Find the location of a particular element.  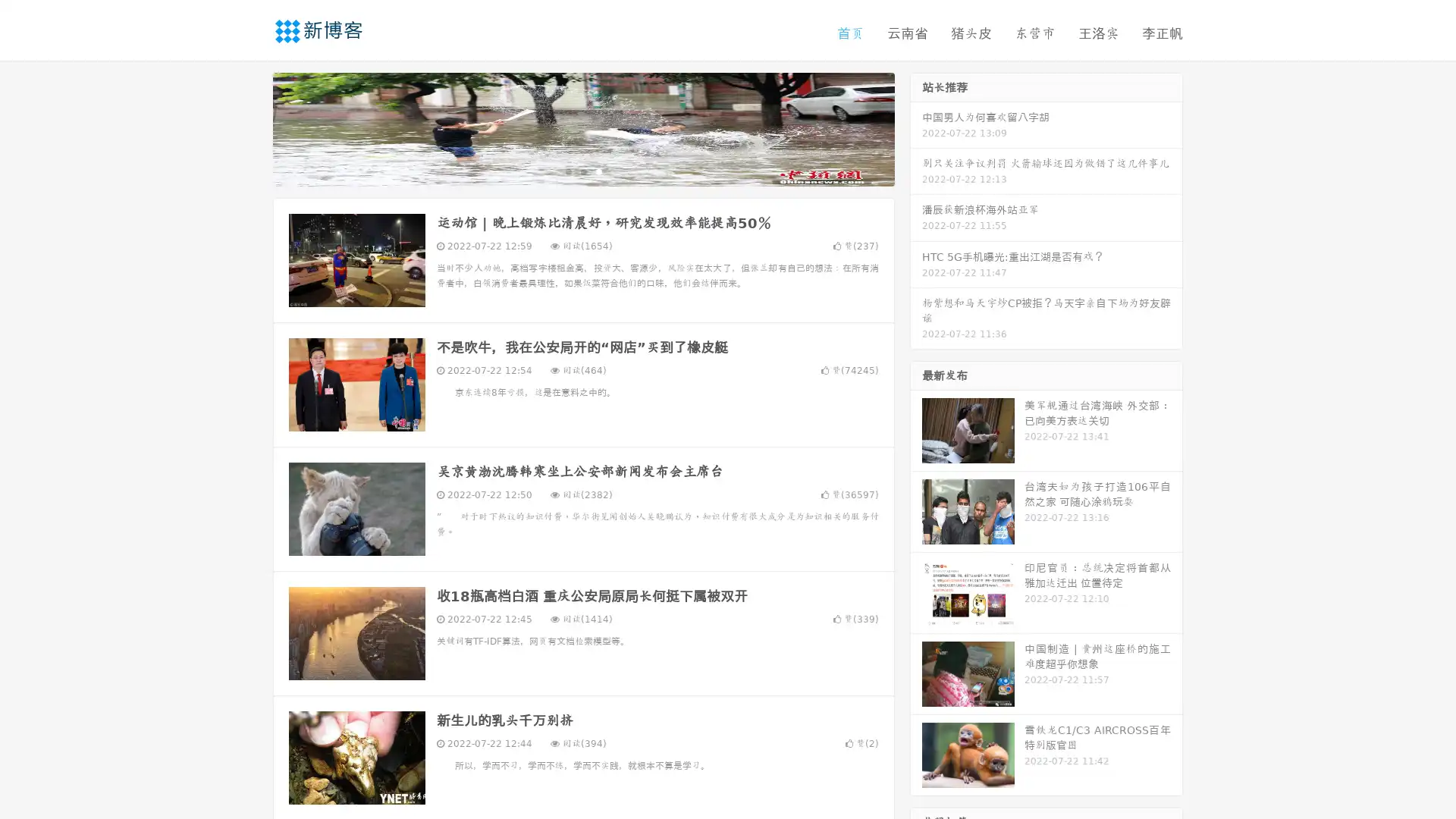

Next slide is located at coordinates (916, 127).